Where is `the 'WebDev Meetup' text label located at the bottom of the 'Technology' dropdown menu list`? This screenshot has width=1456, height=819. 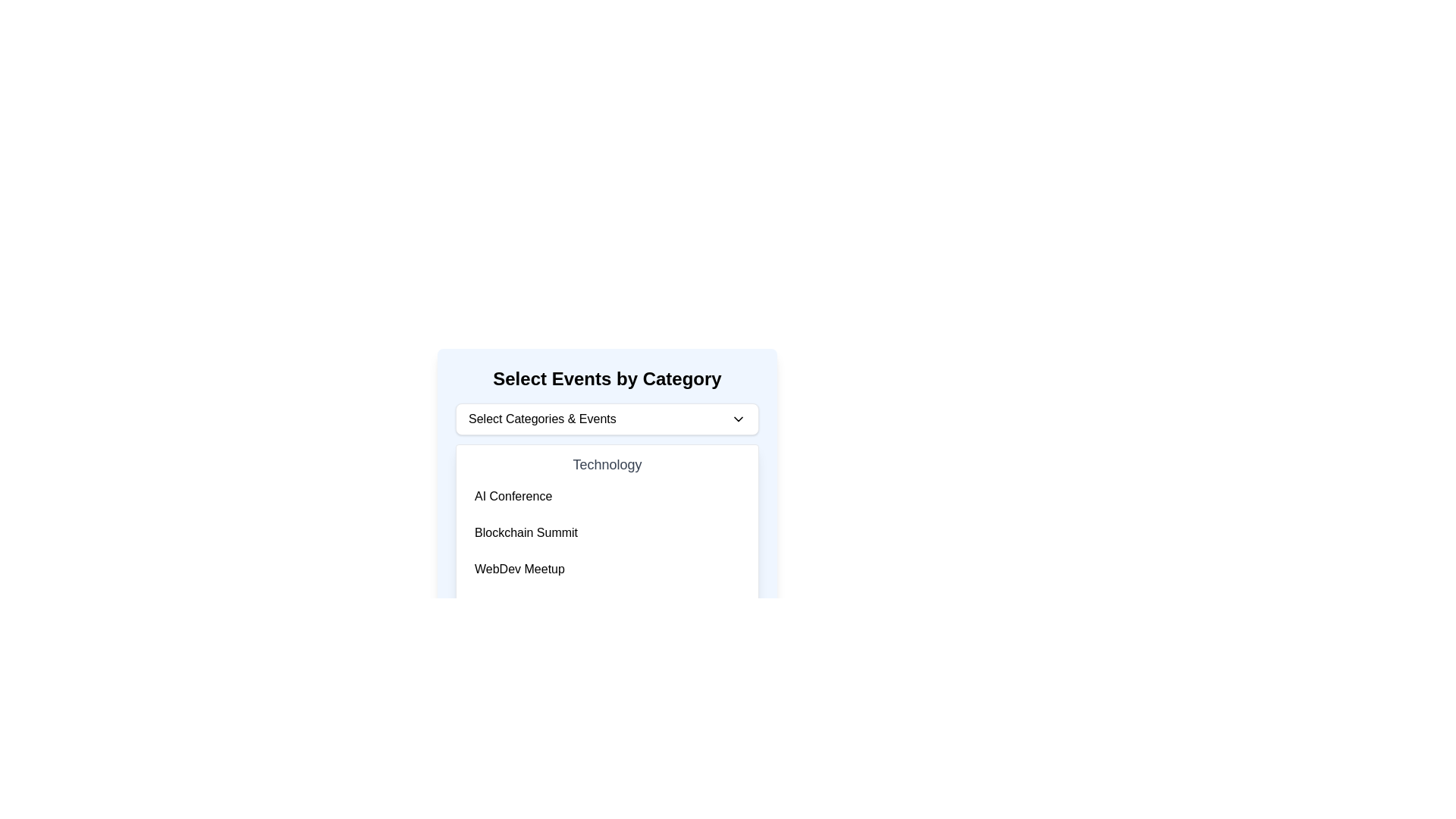 the 'WebDev Meetup' text label located at the bottom of the 'Technology' dropdown menu list is located at coordinates (519, 570).